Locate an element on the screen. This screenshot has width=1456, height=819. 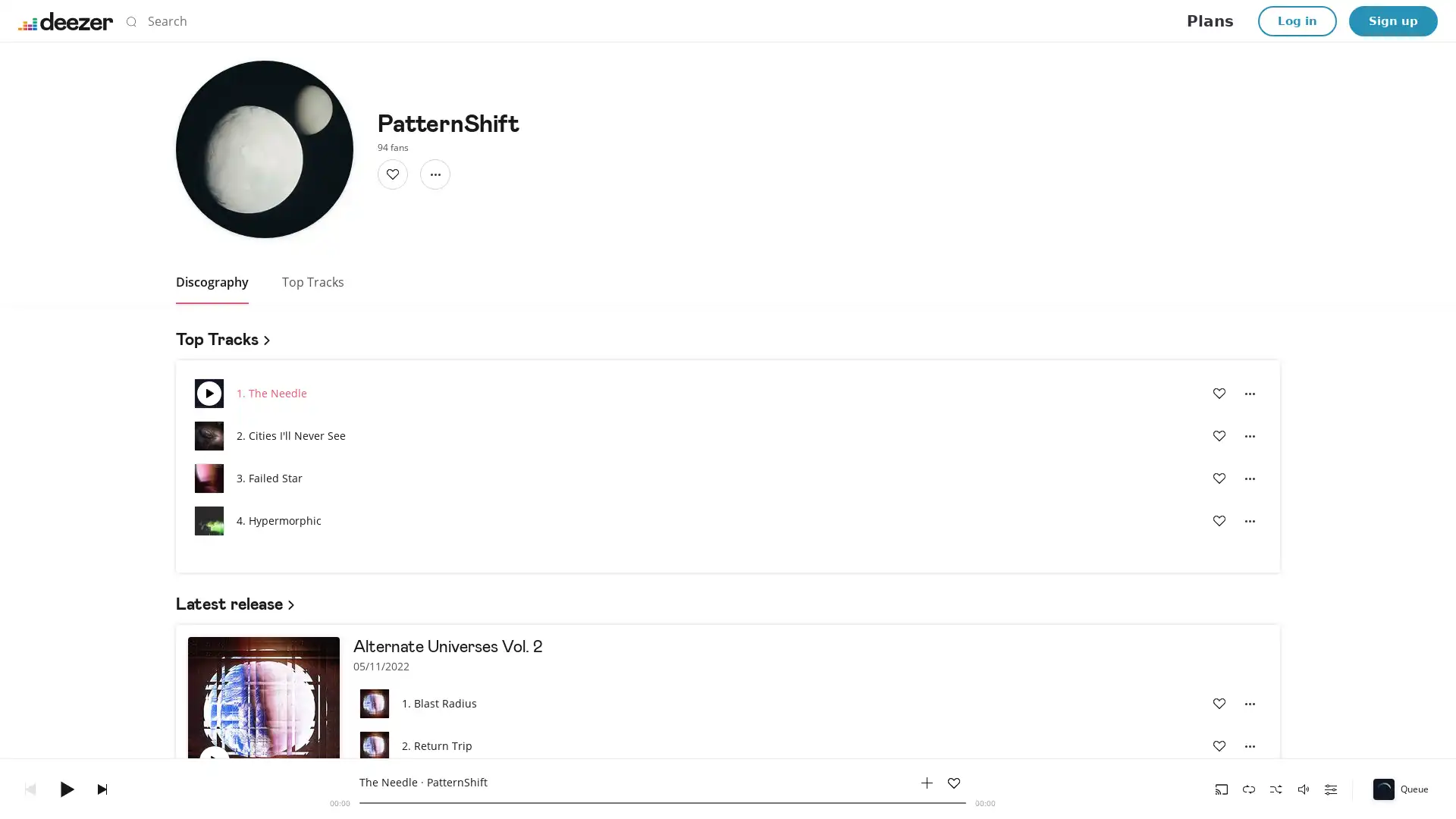
Add to Favorite tracks is located at coordinates (1219, 435).